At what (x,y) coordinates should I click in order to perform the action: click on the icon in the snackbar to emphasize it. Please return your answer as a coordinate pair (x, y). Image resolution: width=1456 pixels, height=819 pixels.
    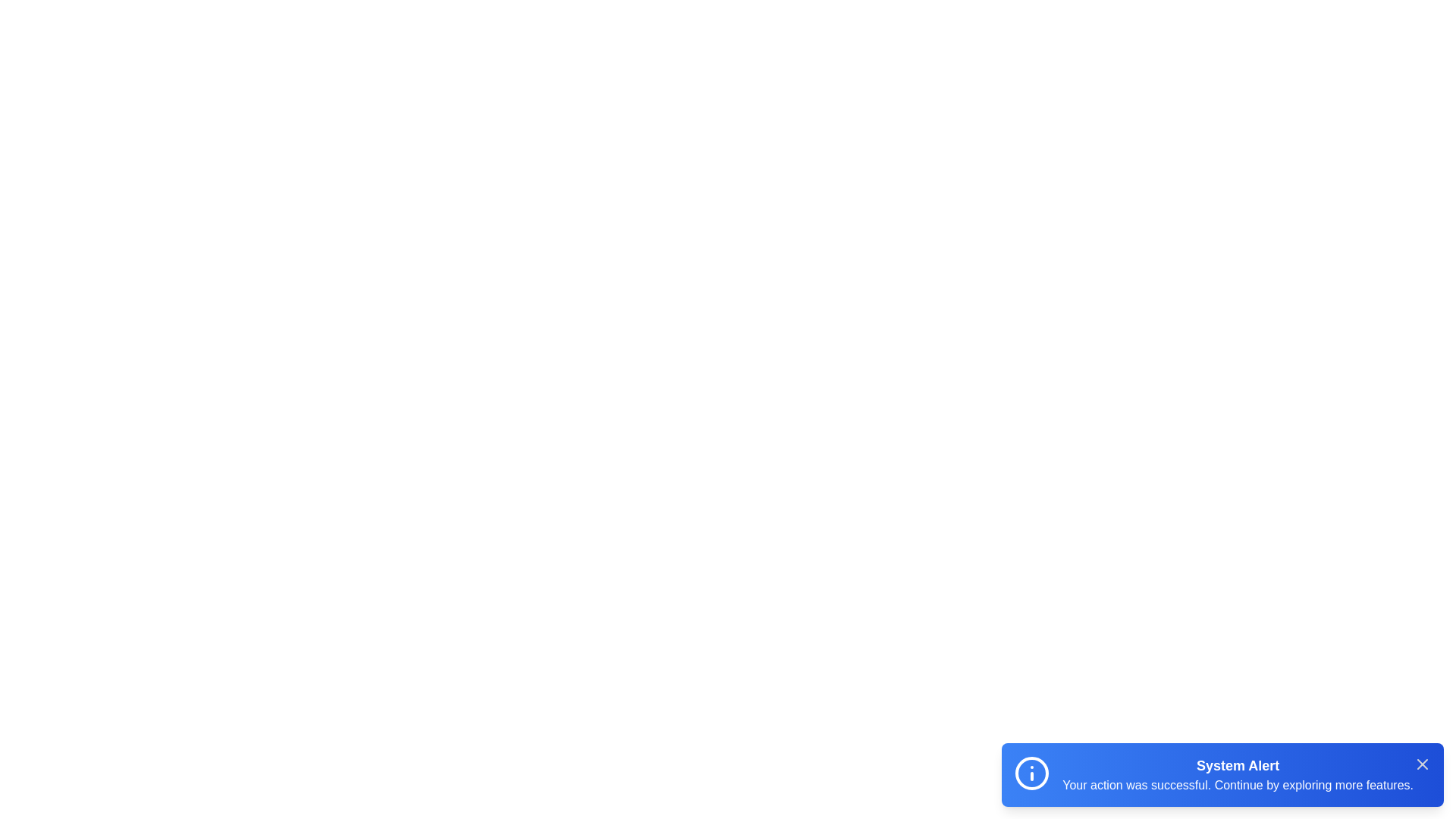
    Looking at the image, I should click on (1031, 773).